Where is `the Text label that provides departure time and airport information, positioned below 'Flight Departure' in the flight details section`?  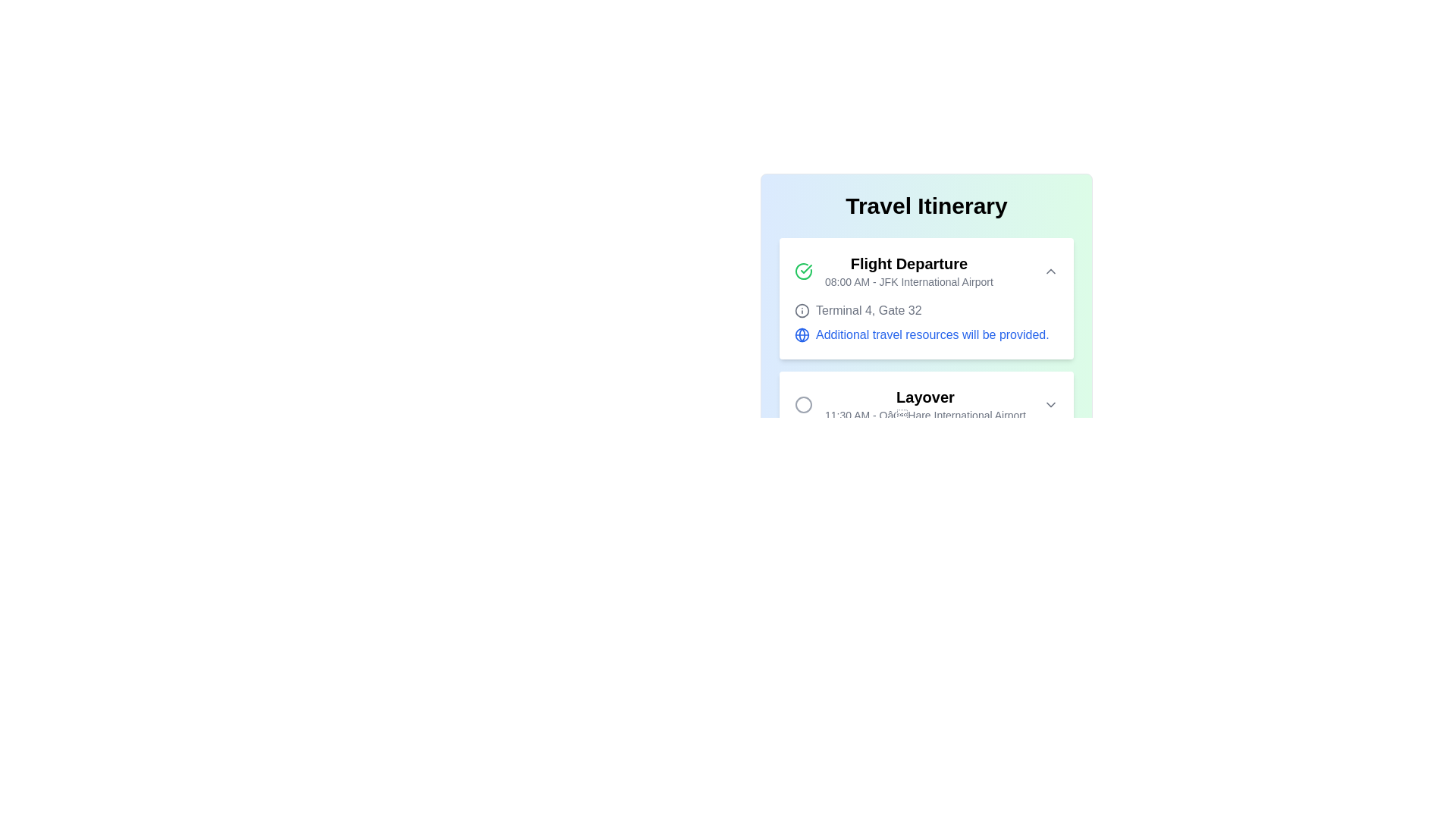 the Text label that provides departure time and airport information, positioned below 'Flight Departure' in the flight details section is located at coordinates (908, 281).